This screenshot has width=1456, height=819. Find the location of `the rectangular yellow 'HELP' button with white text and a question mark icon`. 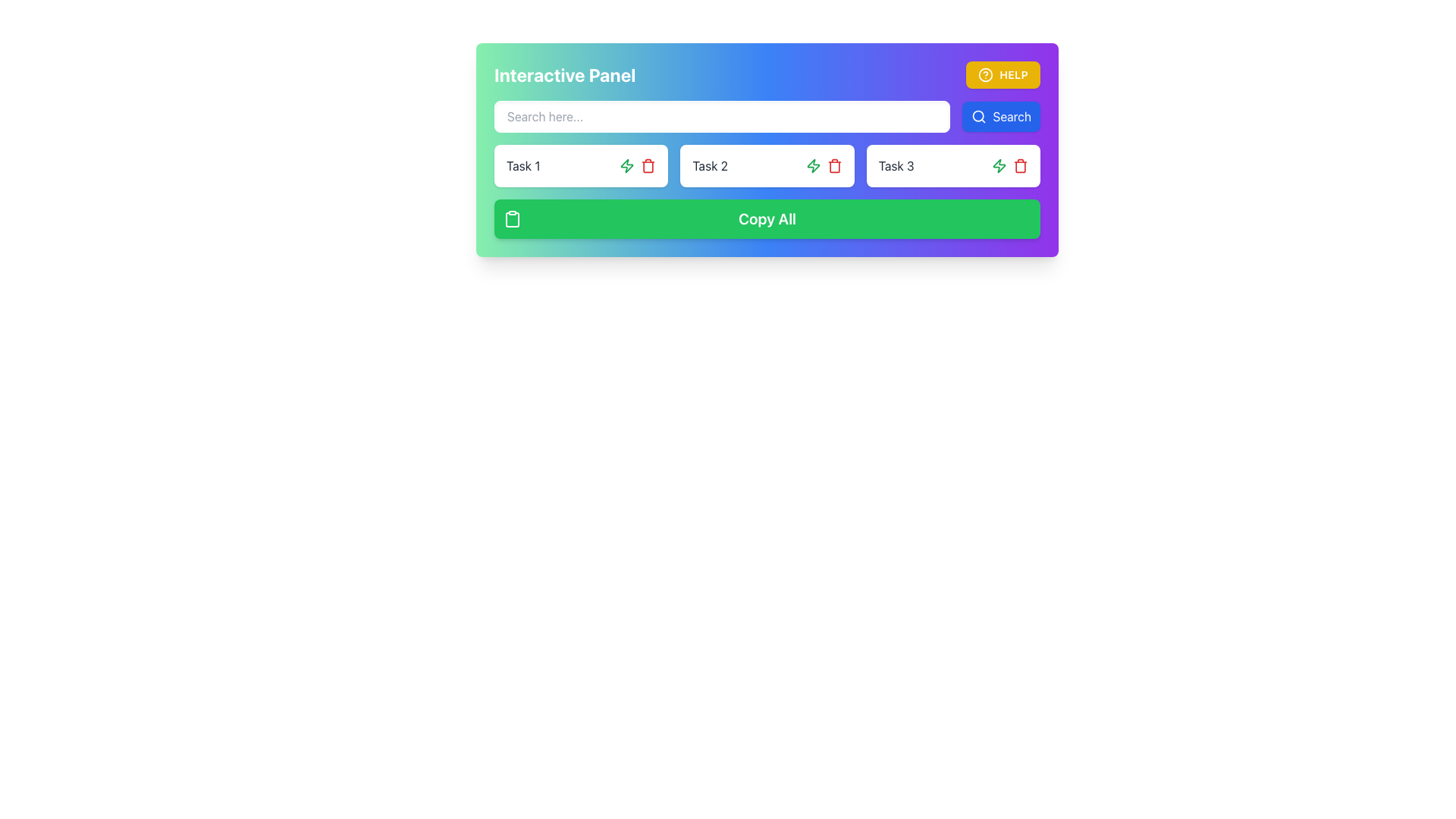

the rectangular yellow 'HELP' button with white text and a question mark icon is located at coordinates (1003, 75).